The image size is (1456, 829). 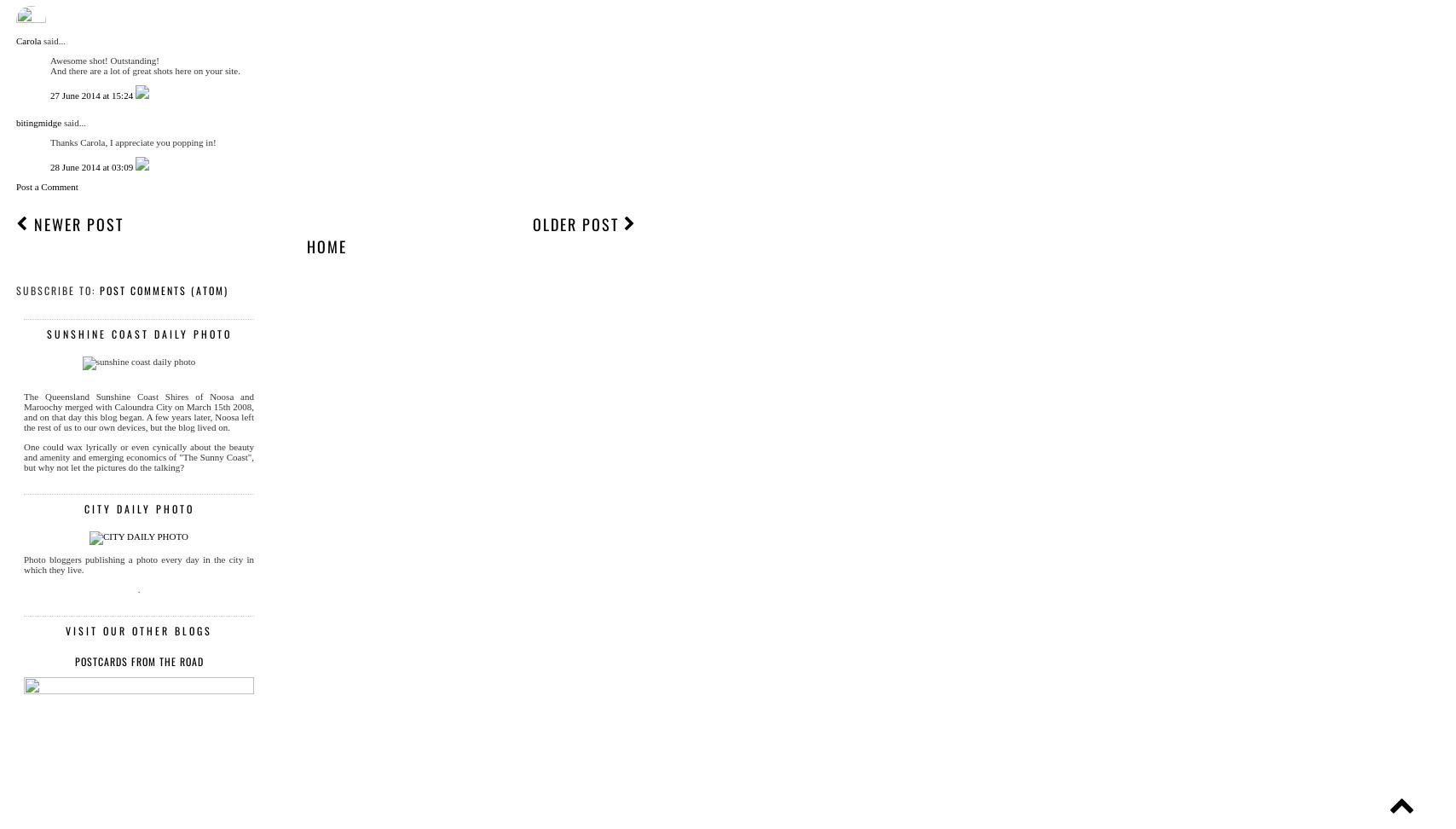 I want to click on 'sunshine coast daily photo', so click(x=138, y=333).